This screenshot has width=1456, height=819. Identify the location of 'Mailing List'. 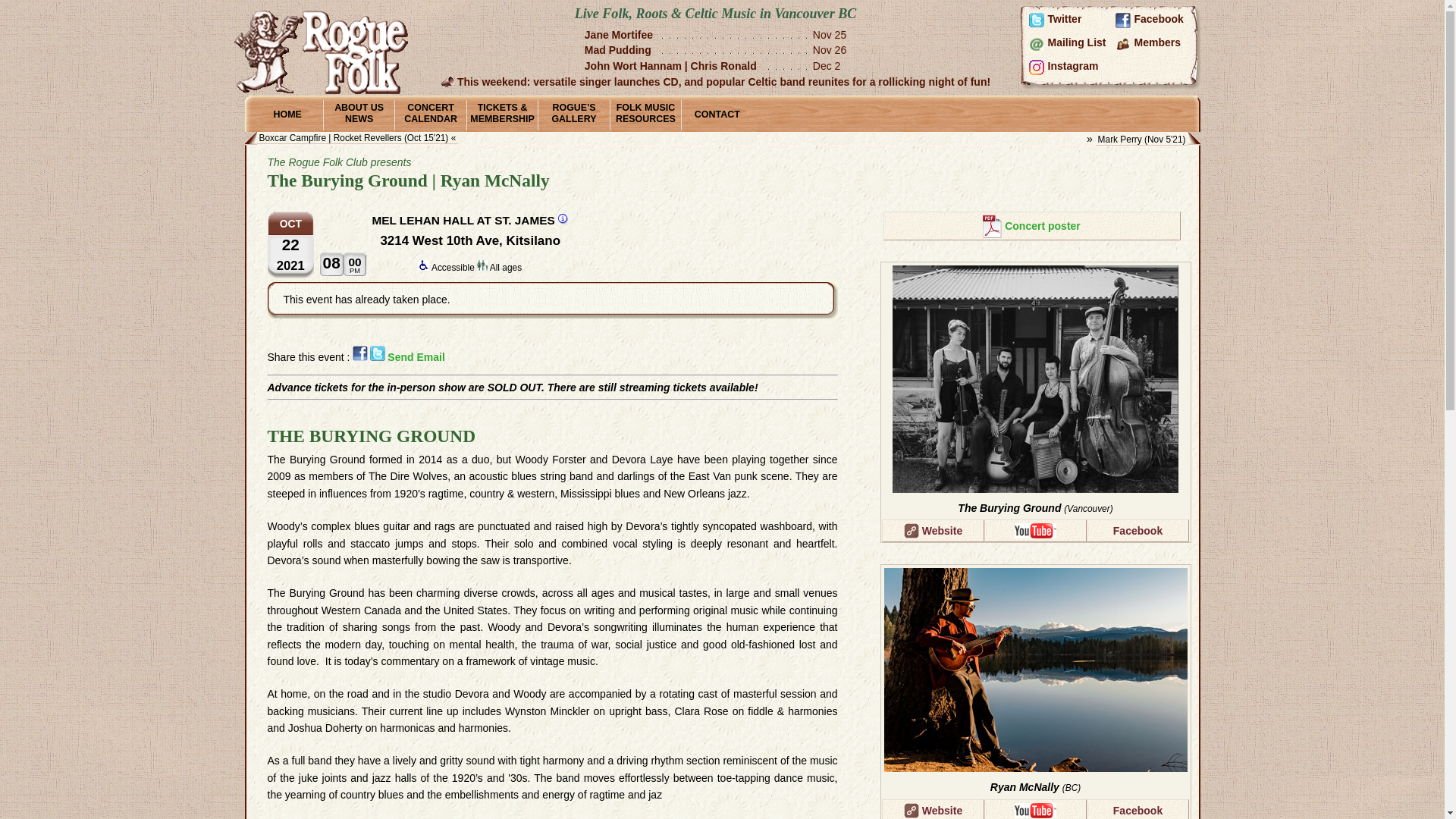
(1069, 42).